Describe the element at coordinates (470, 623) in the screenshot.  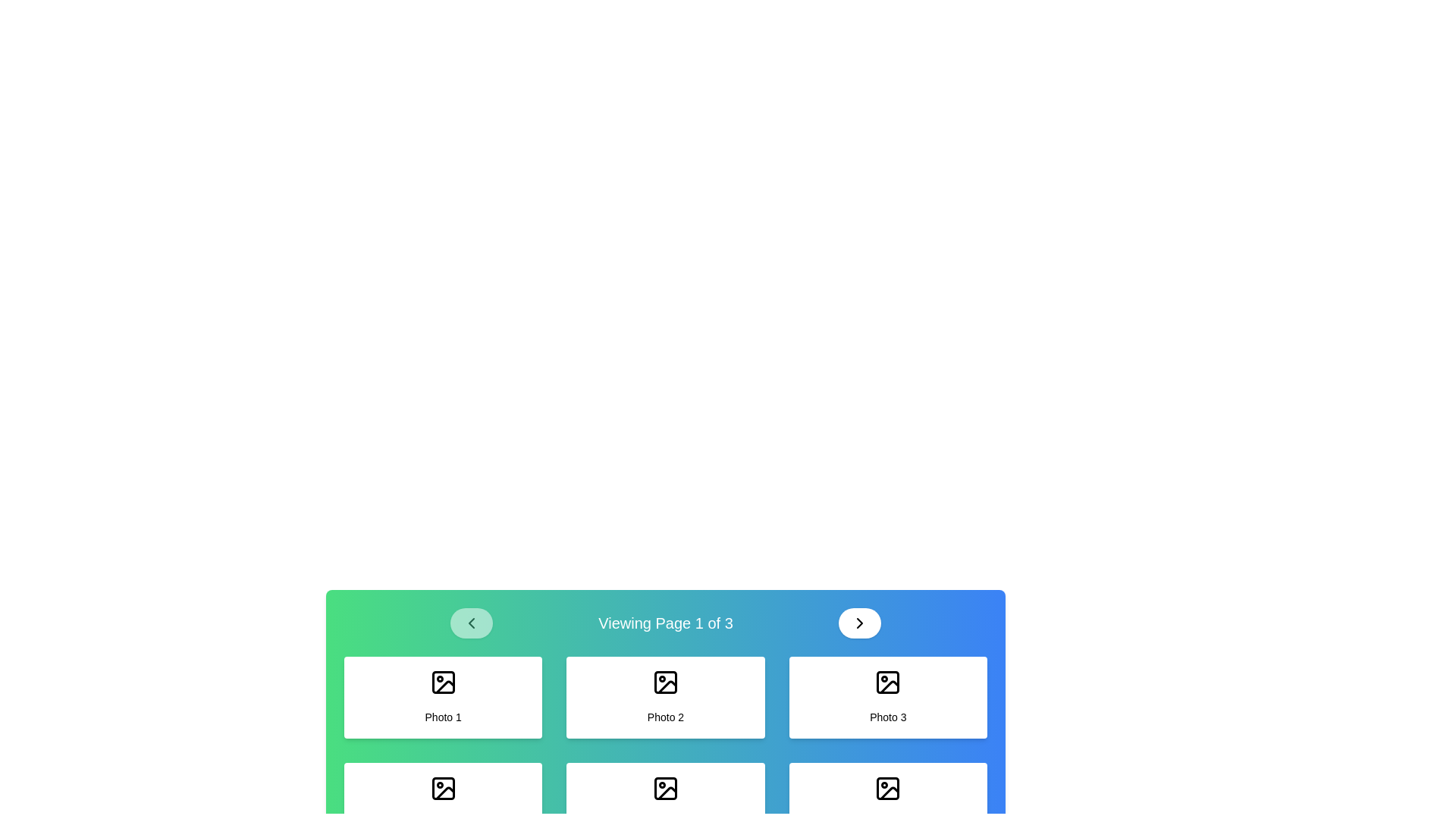
I see `the chevron icon in the left navigation button of the pagination area, which allows users to navigate to the previous page or section` at that location.